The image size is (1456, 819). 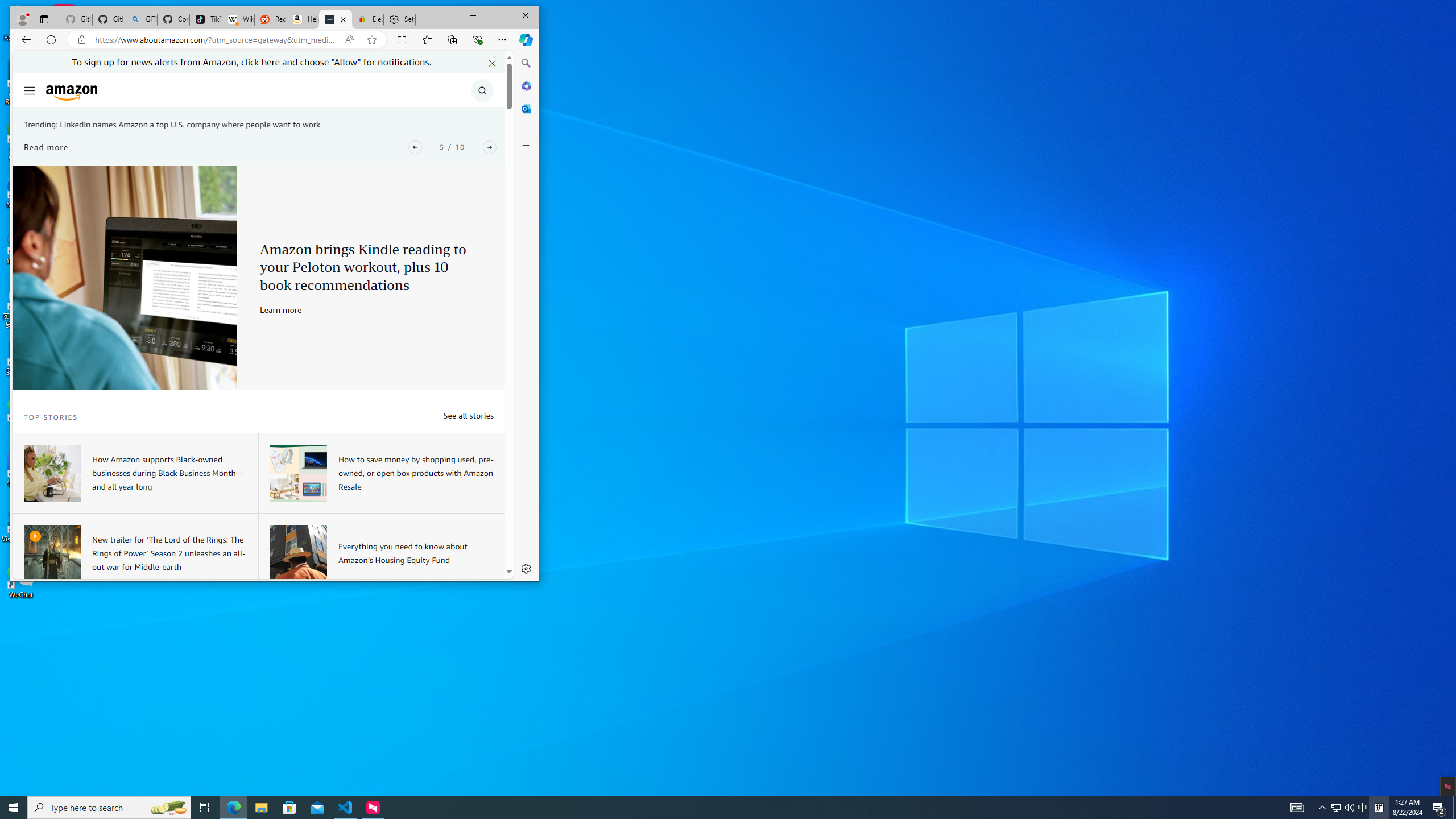 What do you see at coordinates (482, 89) in the screenshot?
I see `'Class: icon-search'` at bounding box center [482, 89].